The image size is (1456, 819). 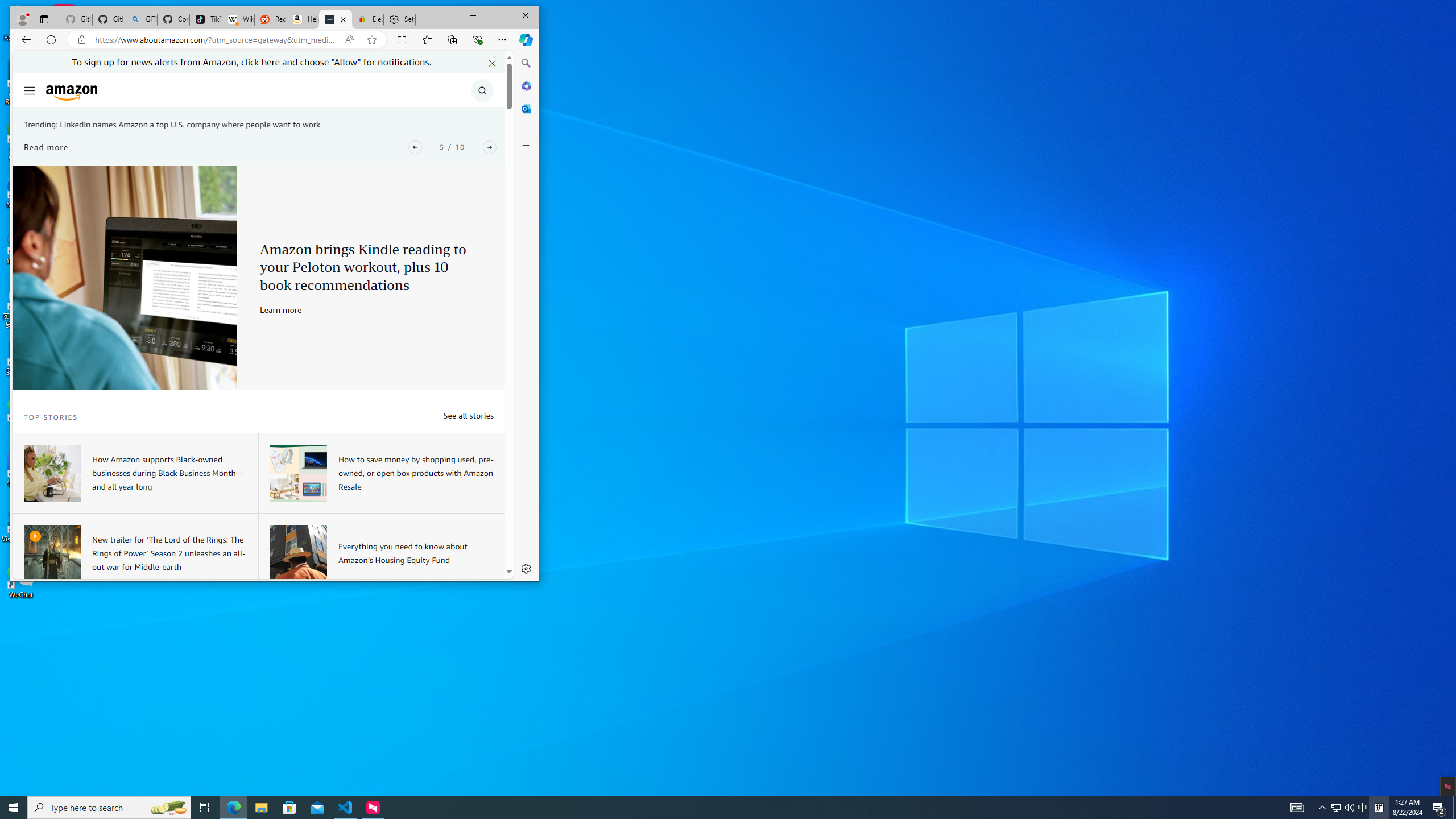 What do you see at coordinates (482, 89) in the screenshot?
I see `'Class: icon-search'` at bounding box center [482, 89].